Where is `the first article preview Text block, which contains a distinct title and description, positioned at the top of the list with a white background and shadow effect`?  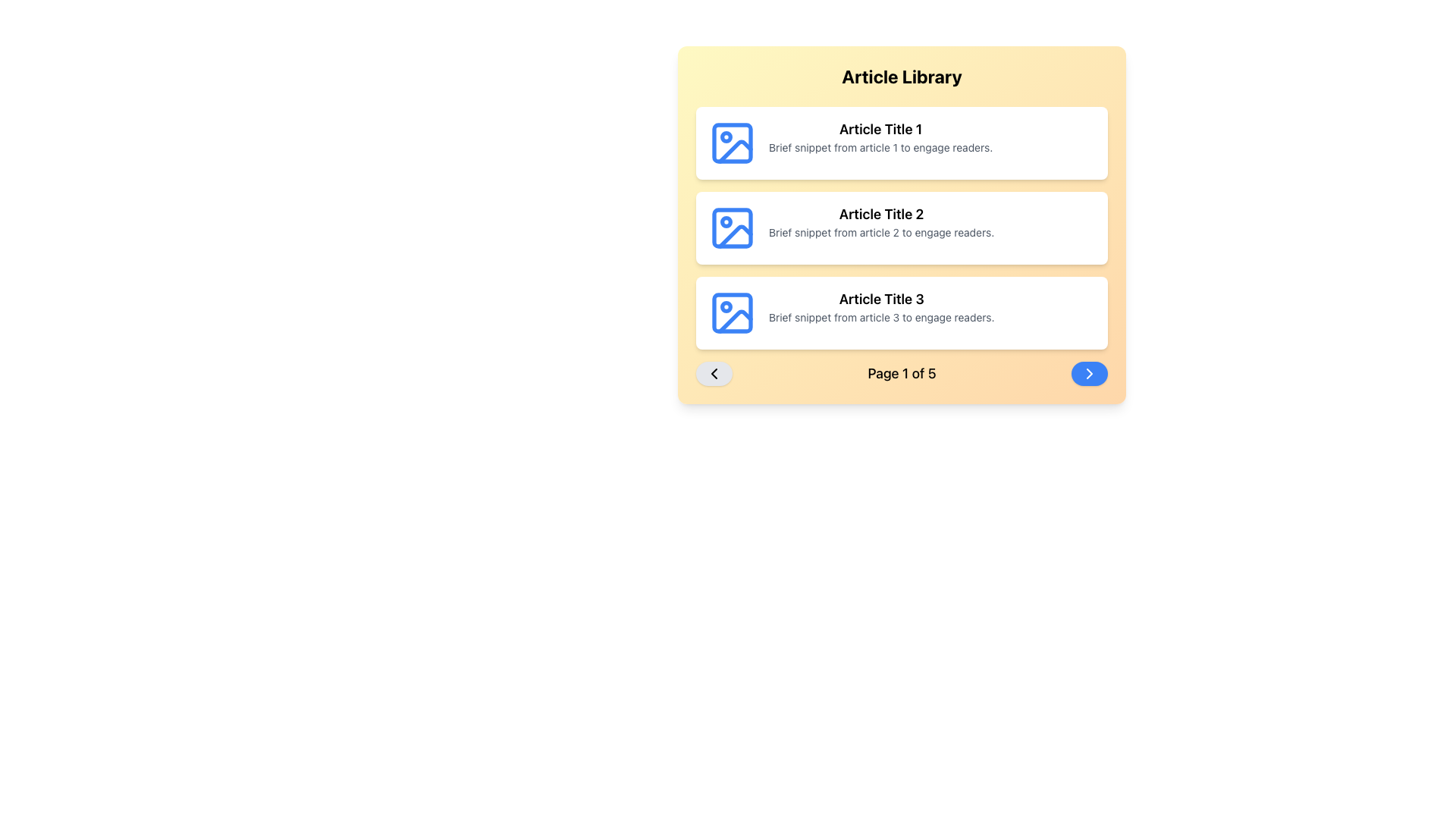 the first article preview Text block, which contains a distinct title and description, positioned at the top of the list with a white background and shadow effect is located at coordinates (880, 137).